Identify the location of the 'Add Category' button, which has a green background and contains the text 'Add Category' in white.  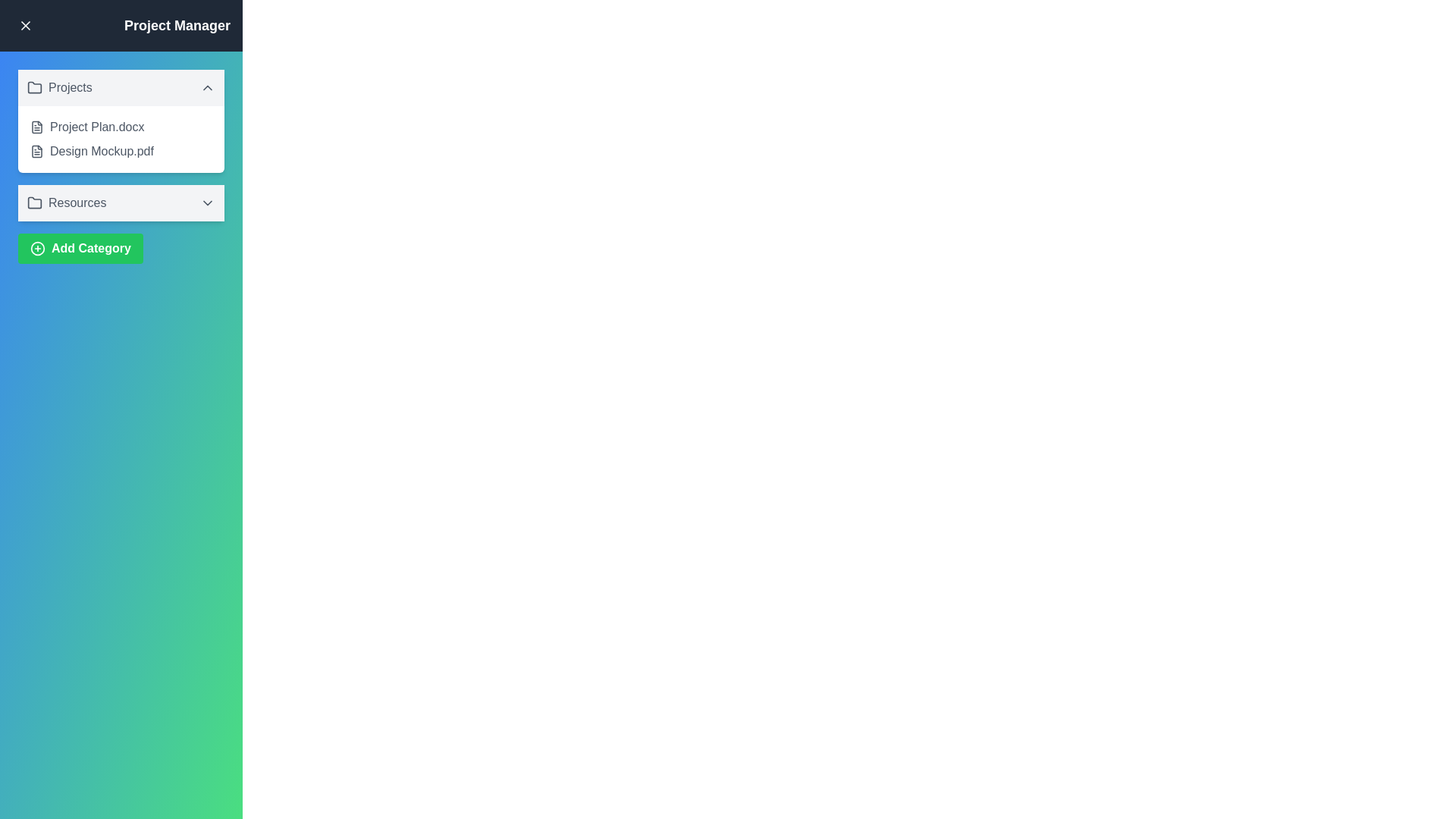
(80, 247).